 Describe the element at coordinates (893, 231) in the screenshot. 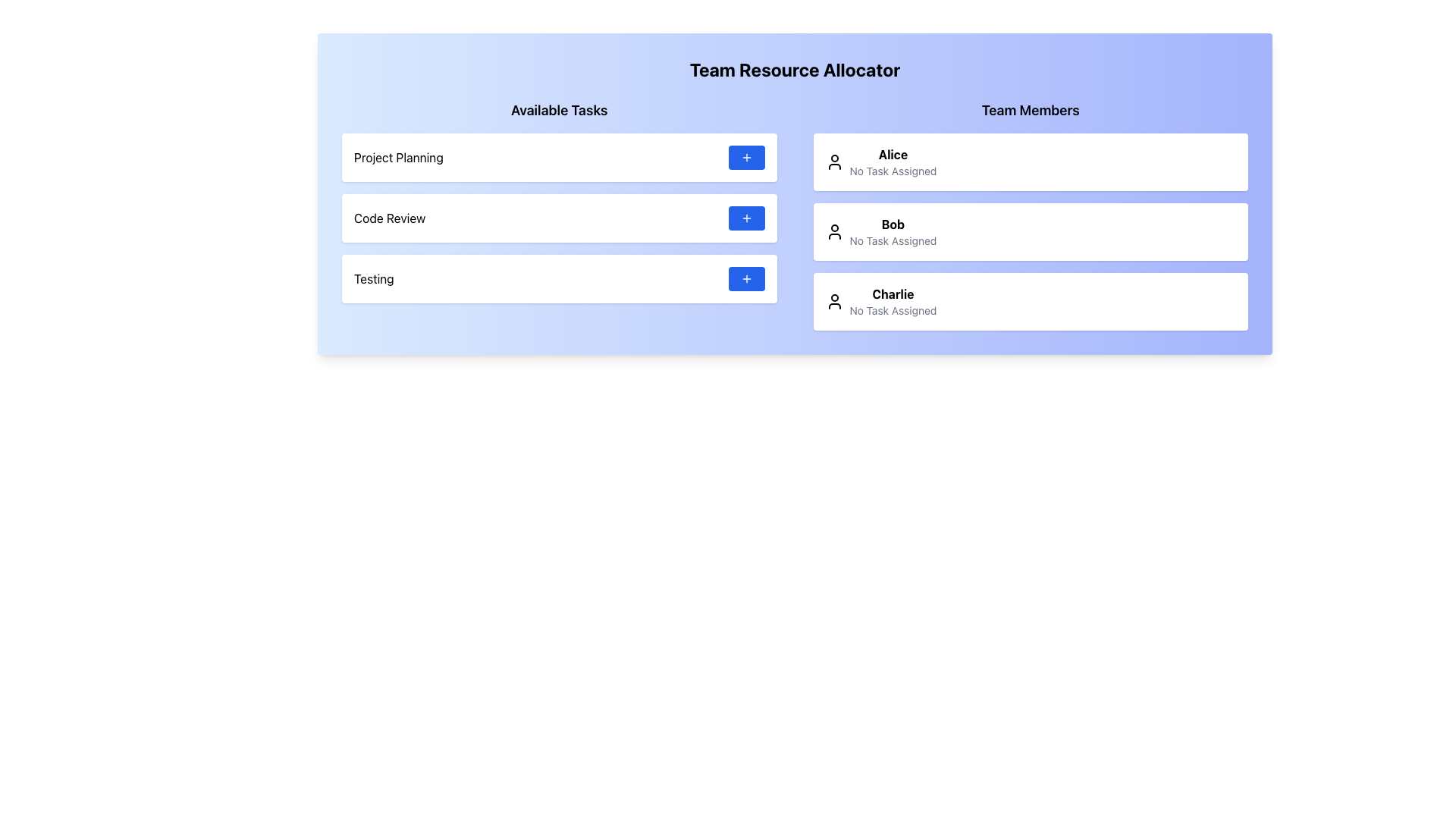

I see `text element displaying 'Bob' and their current task status 'No Task Assigned' in the 'Team Members' section` at that location.